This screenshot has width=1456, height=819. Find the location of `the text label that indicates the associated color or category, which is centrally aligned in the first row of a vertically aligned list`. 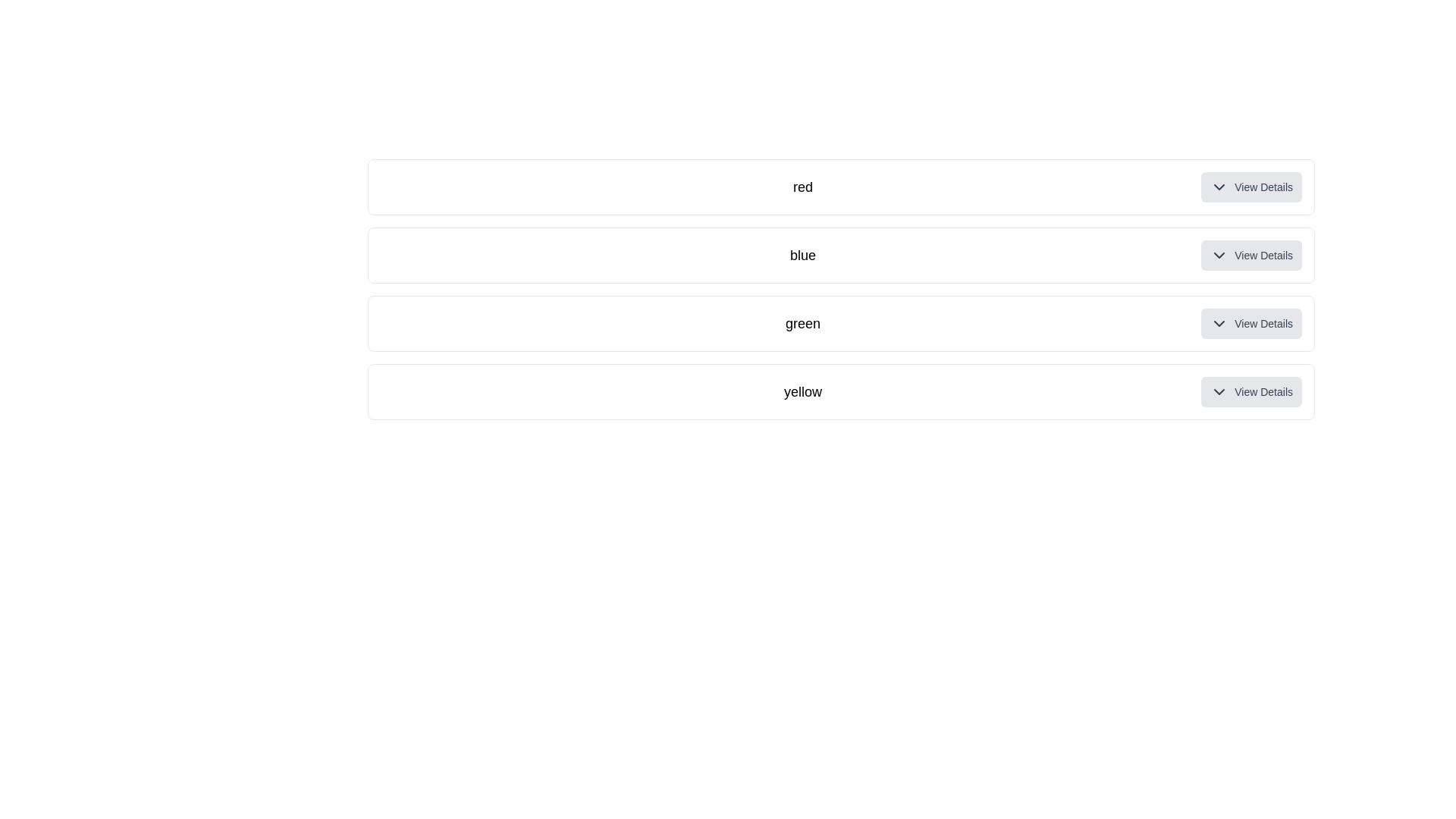

the text label that indicates the associated color or category, which is centrally aligned in the first row of a vertically aligned list is located at coordinates (802, 186).